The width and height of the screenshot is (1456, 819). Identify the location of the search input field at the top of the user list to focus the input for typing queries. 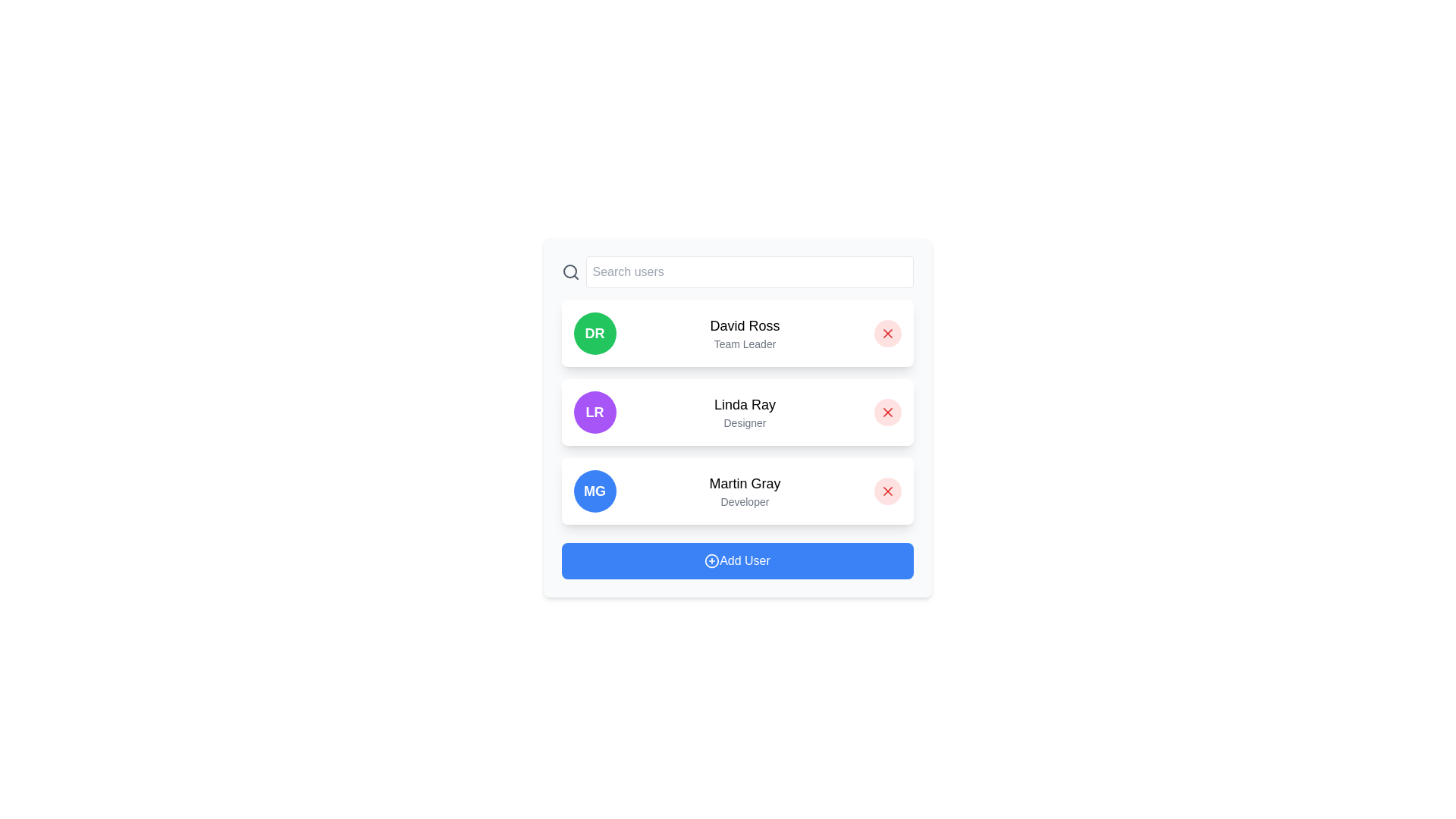
(737, 271).